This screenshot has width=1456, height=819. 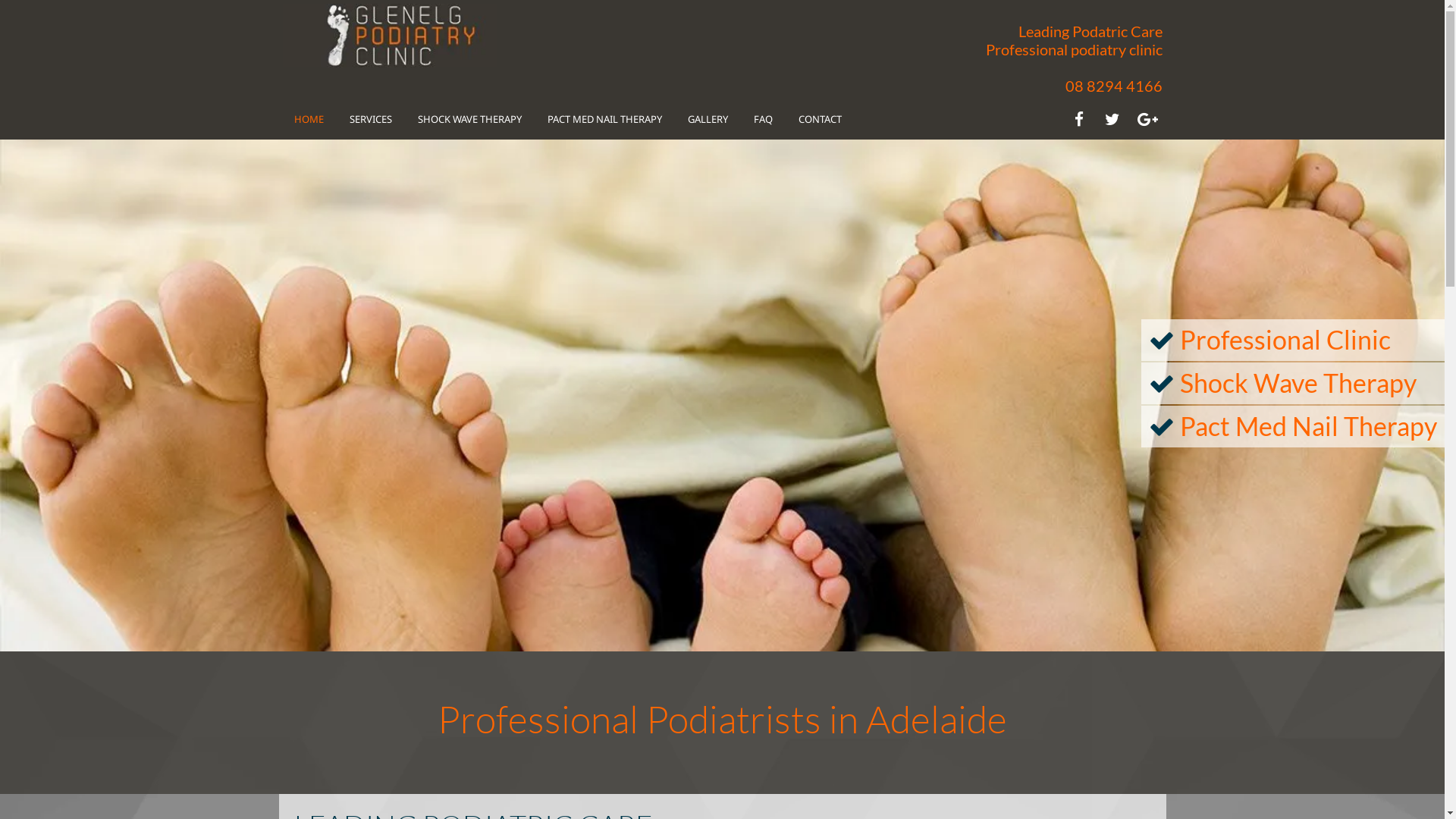 I want to click on 'Pact Med Nail Therapy', so click(x=1307, y=425).